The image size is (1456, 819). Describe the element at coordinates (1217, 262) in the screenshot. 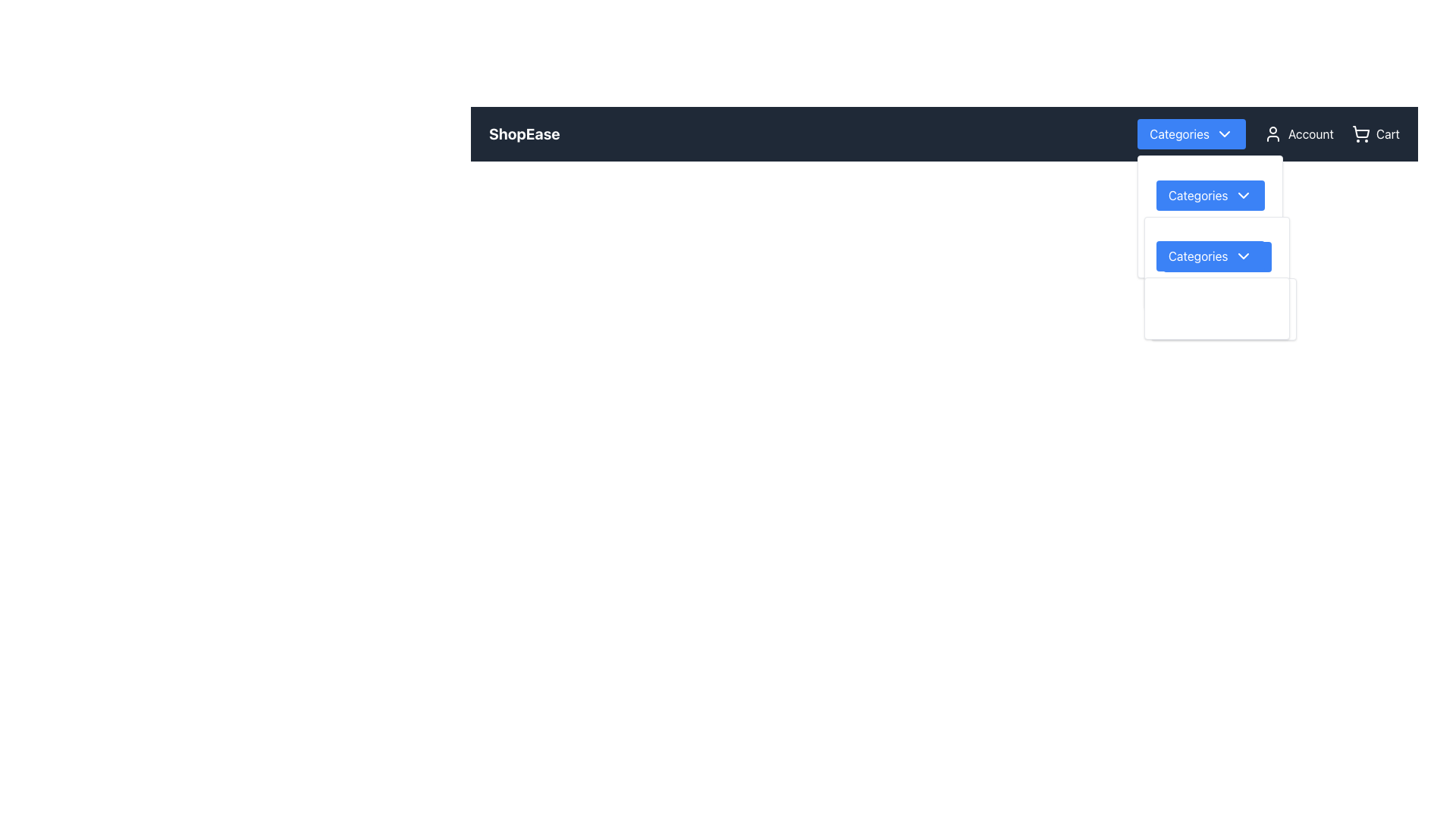

I see `the second 'Categories' button in the dropdown menu to interact` at that location.